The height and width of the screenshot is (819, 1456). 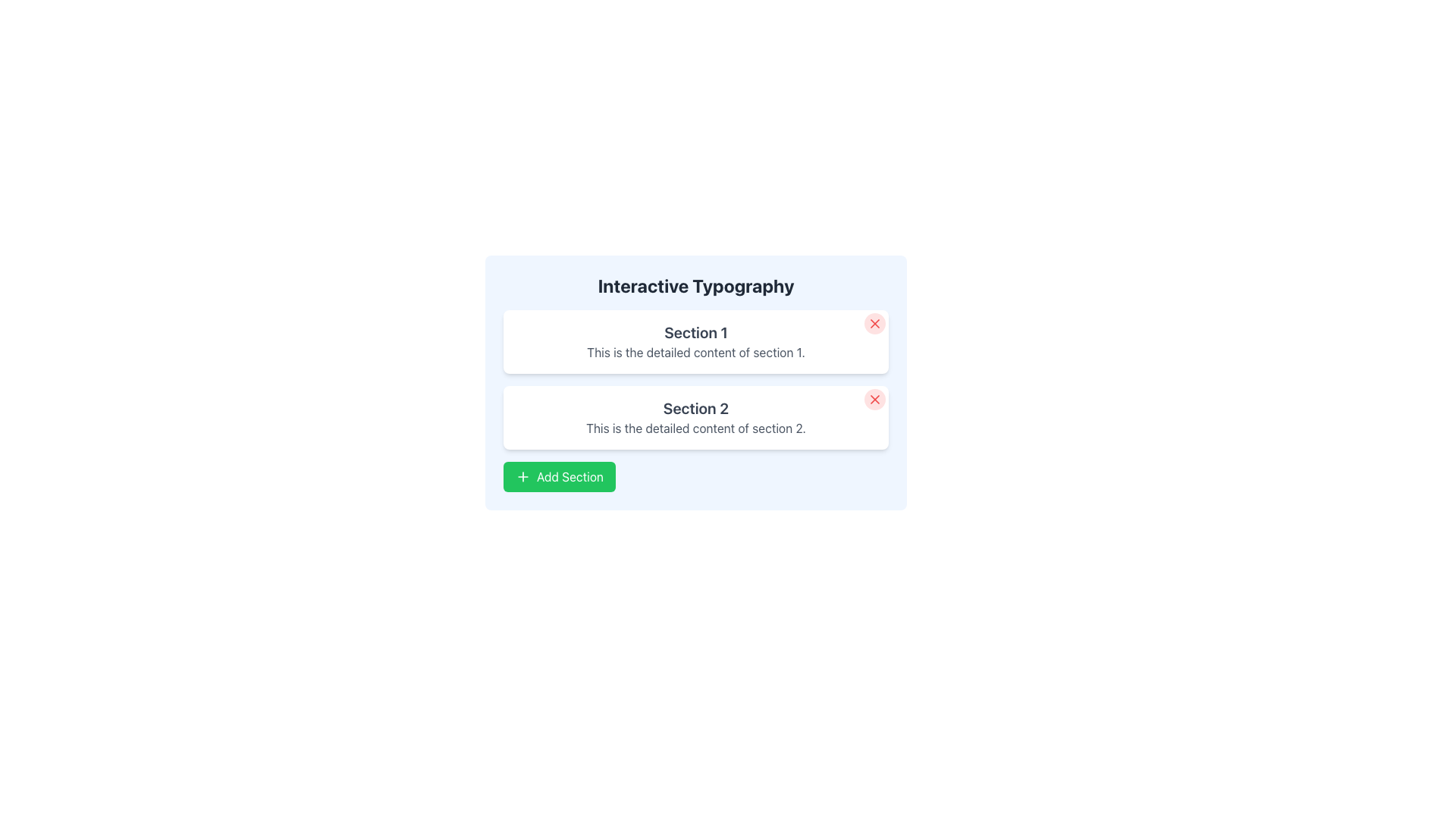 What do you see at coordinates (559, 475) in the screenshot?
I see `the green 'Add Section' button with rounded corners` at bounding box center [559, 475].